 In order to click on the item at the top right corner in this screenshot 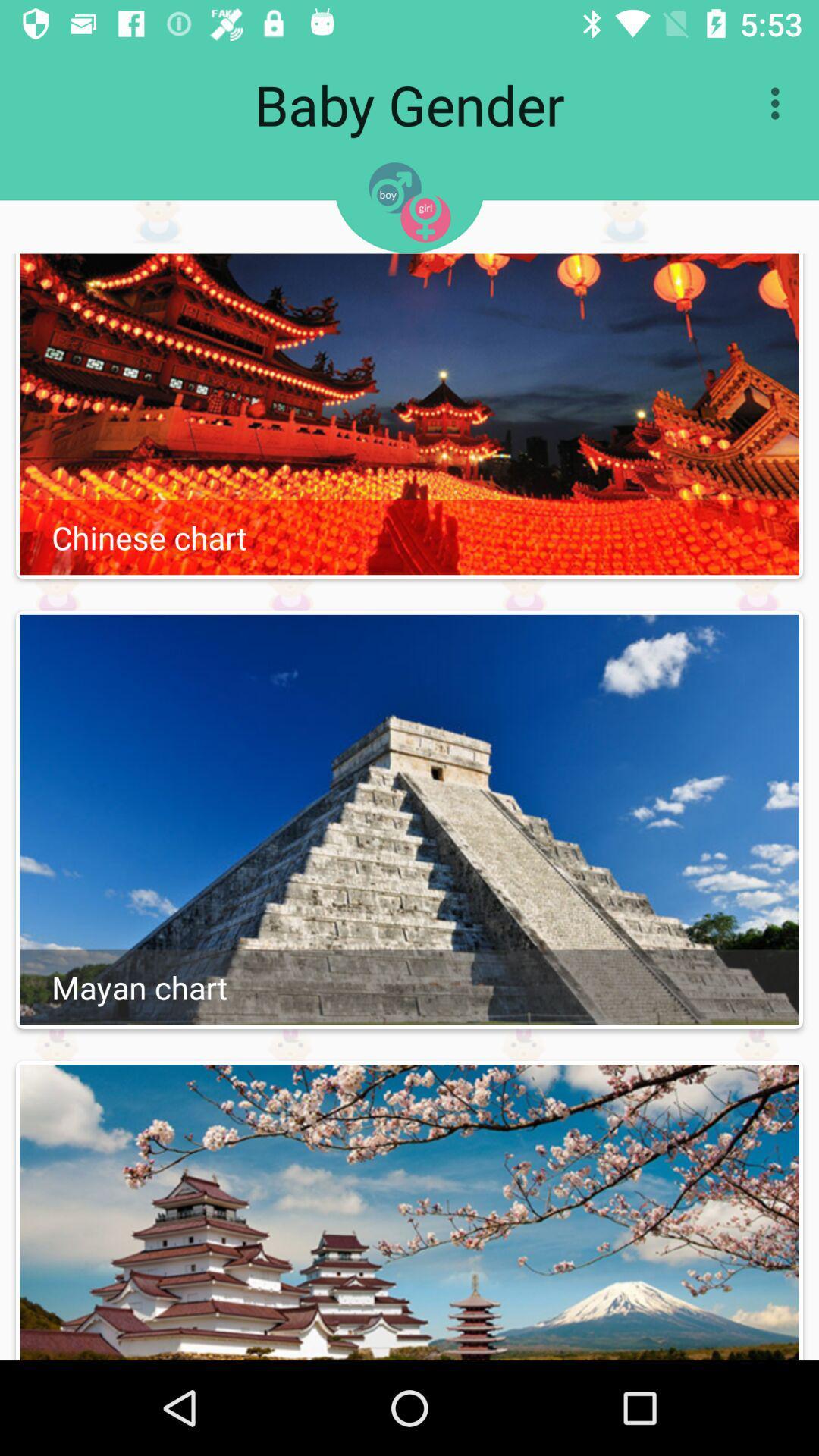, I will do `click(779, 102)`.